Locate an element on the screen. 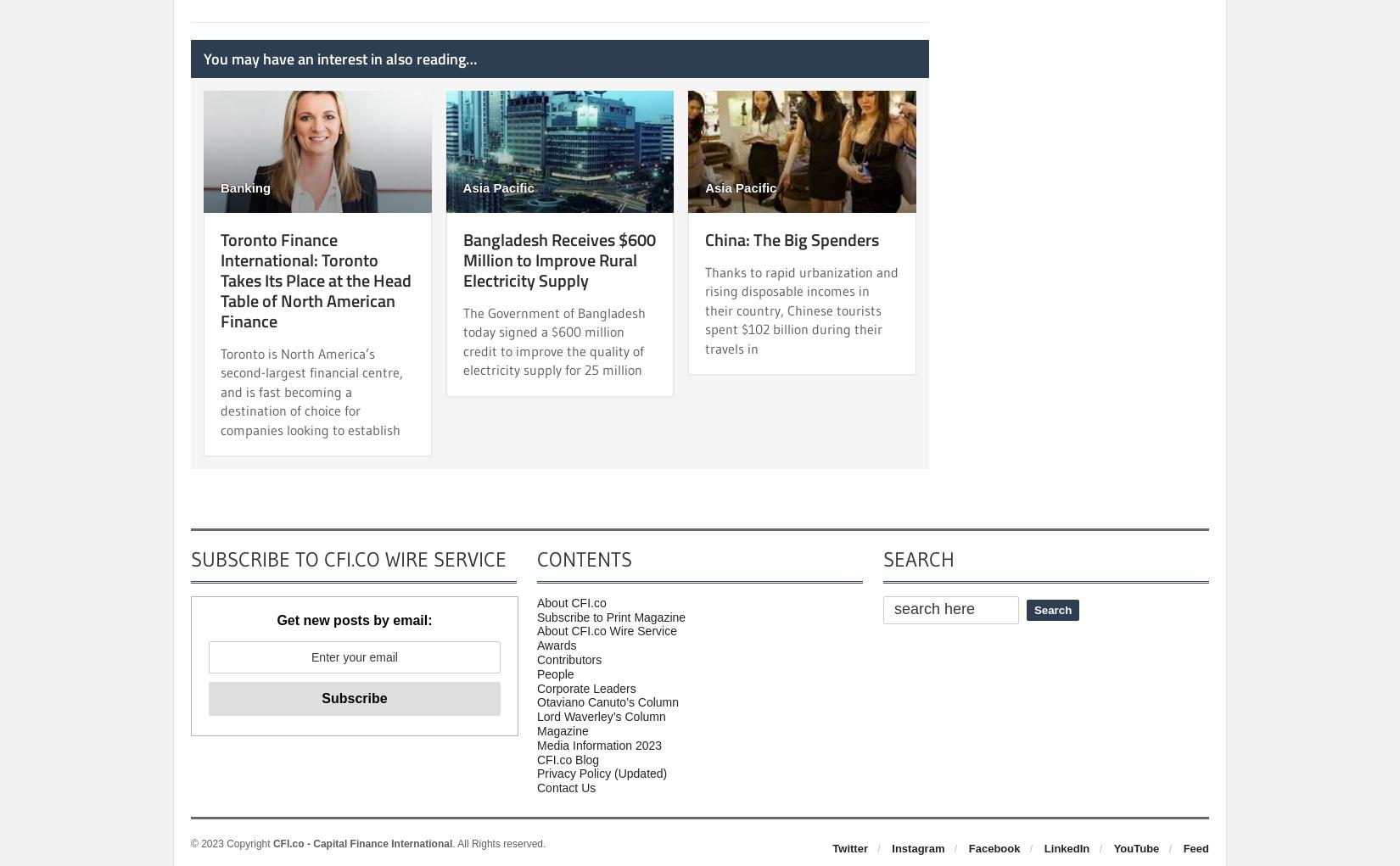 This screenshot has width=1400, height=866. 'Toronto Finance International: Toronto Takes Its Place at the Head Table of North American Finance' is located at coordinates (316, 279).